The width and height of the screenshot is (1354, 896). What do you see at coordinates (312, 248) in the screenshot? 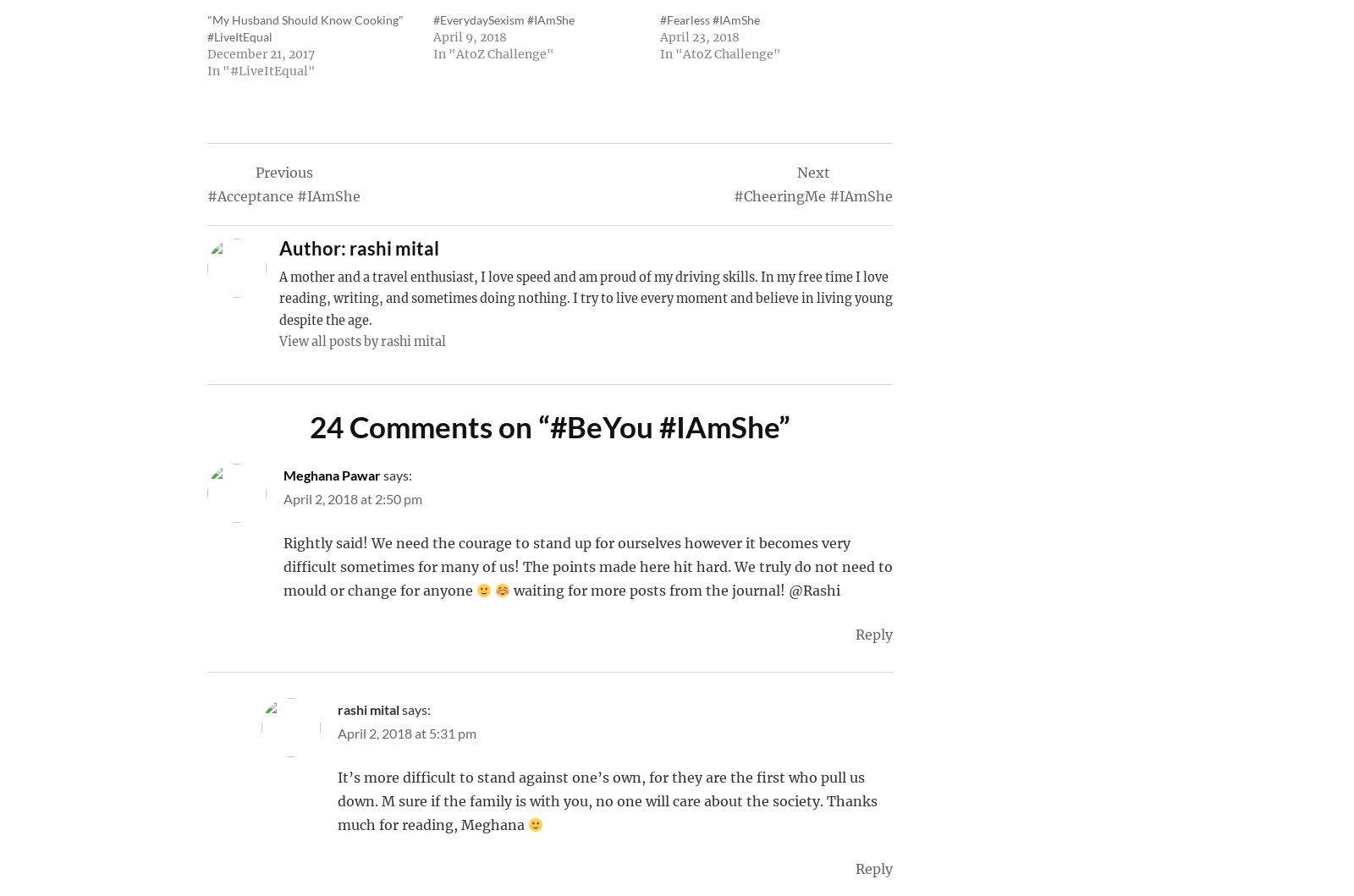
I see `'Author:'` at bounding box center [312, 248].